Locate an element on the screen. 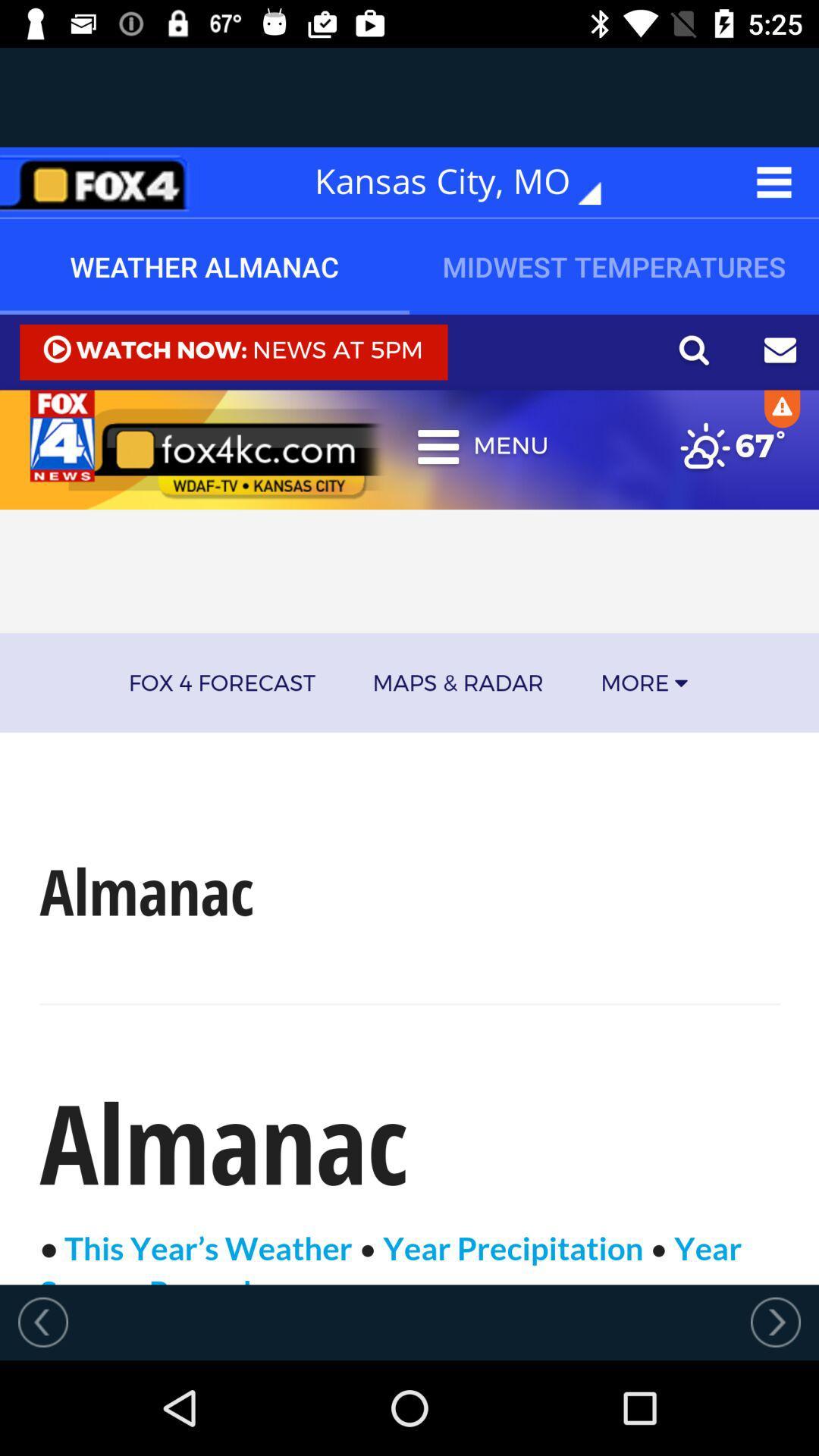 Image resolution: width=819 pixels, height=1456 pixels. open previous screen is located at coordinates (42, 1321).